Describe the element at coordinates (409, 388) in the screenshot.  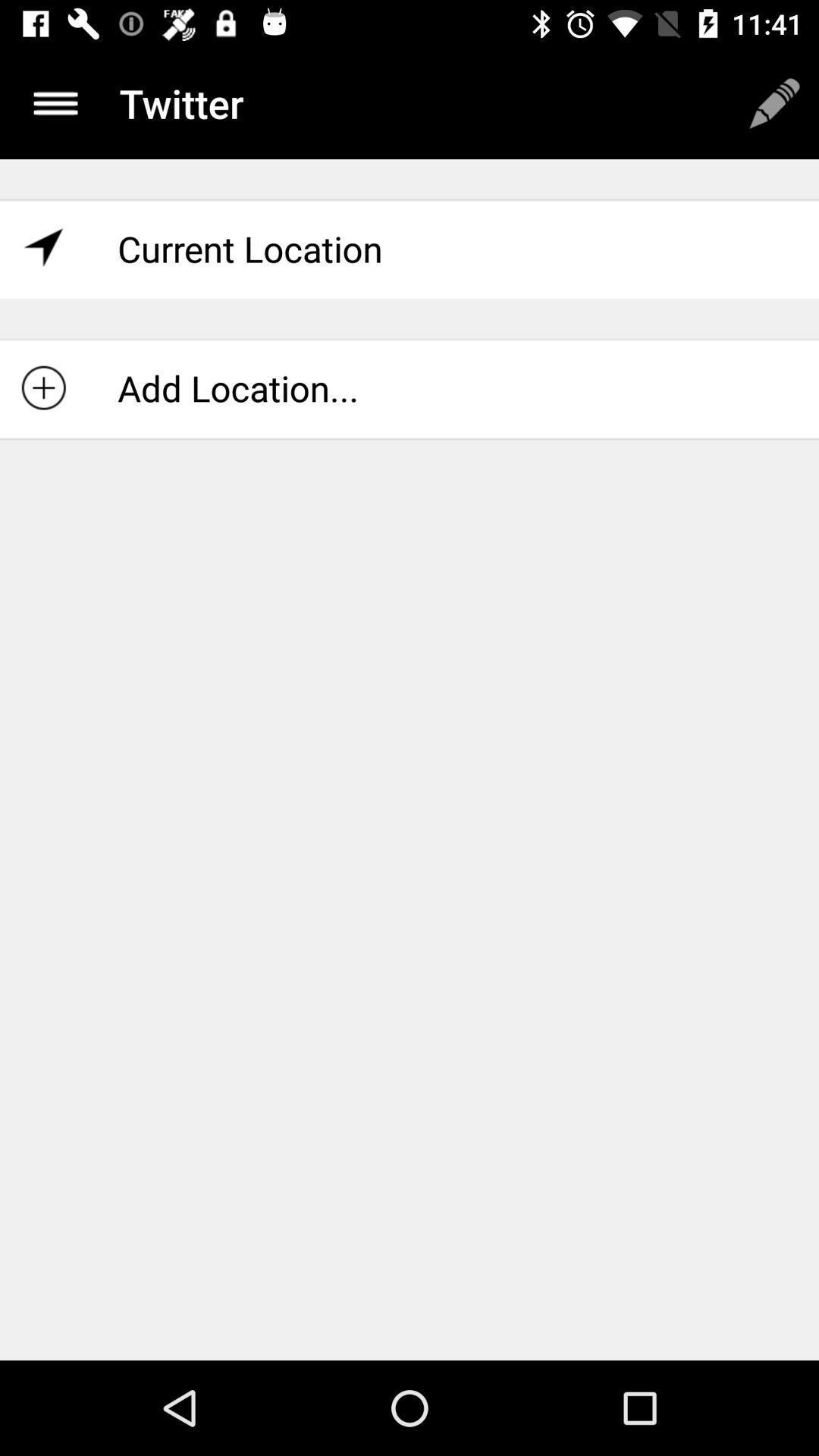
I see `the add location... item` at that location.